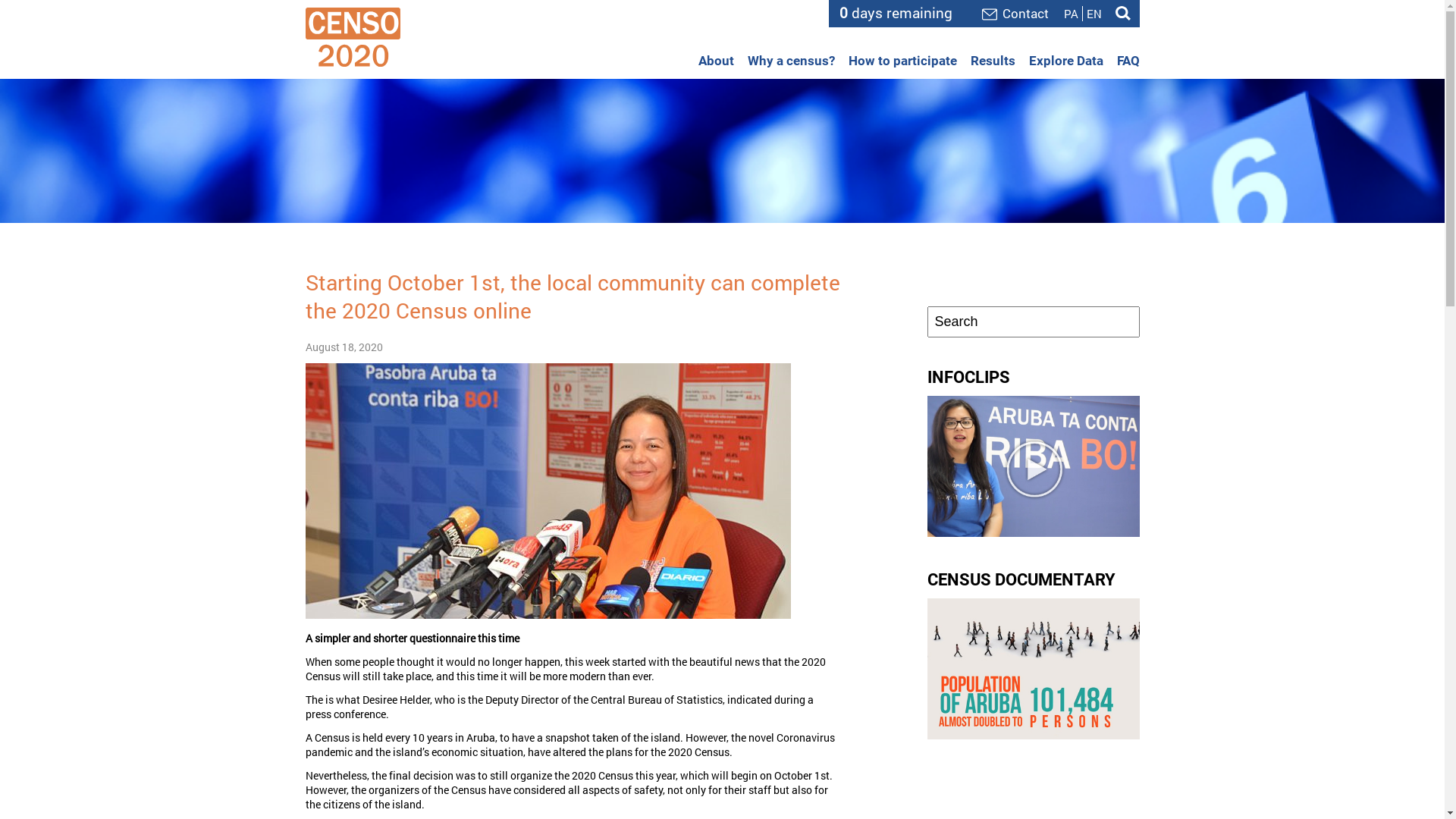 The image size is (1456, 819). Describe the element at coordinates (902, 60) in the screenshot. I see `'How to participate'` at that location.